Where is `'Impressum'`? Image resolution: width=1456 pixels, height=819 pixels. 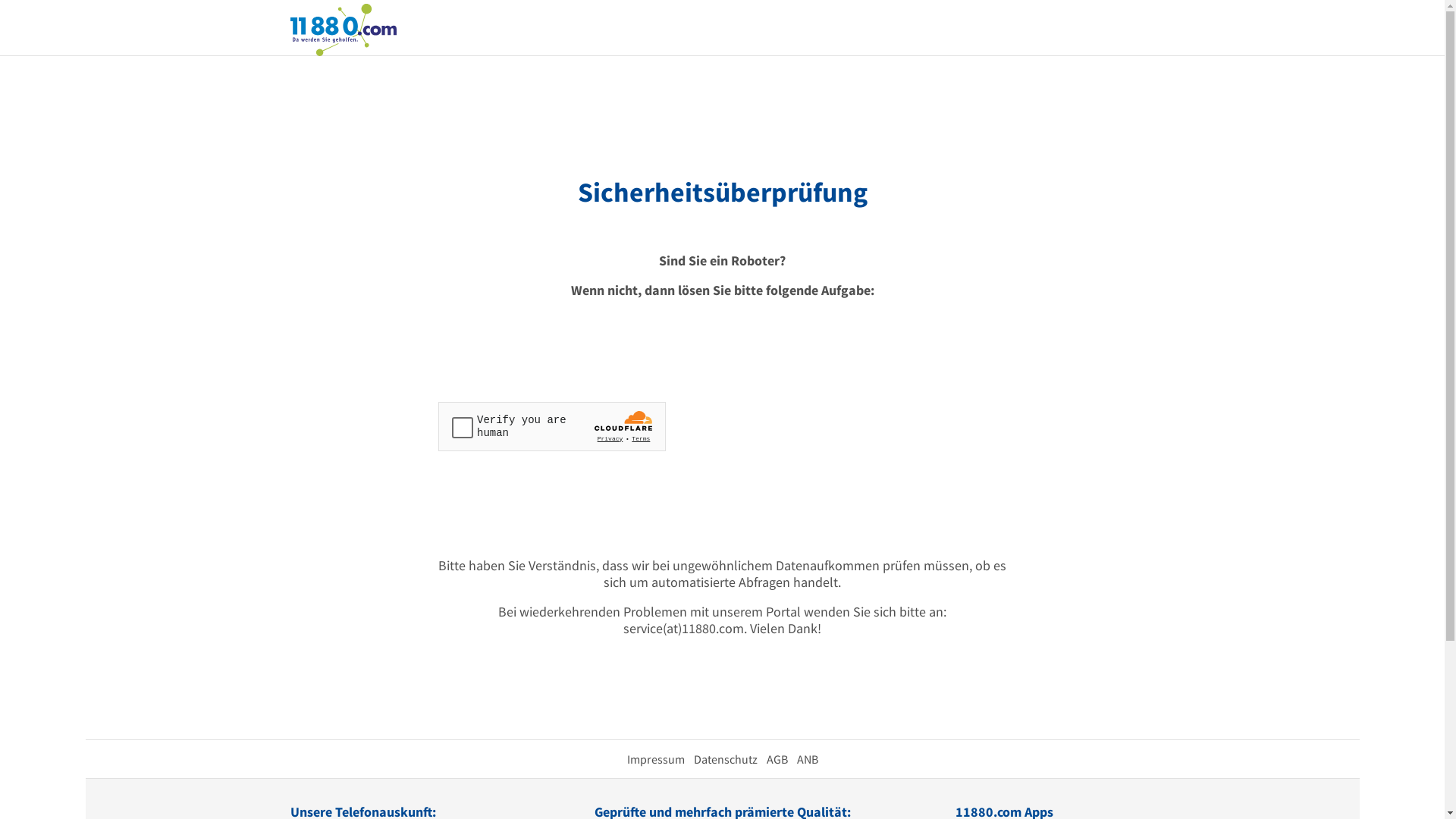
'Impressum' is located at coordinates (655, 759).